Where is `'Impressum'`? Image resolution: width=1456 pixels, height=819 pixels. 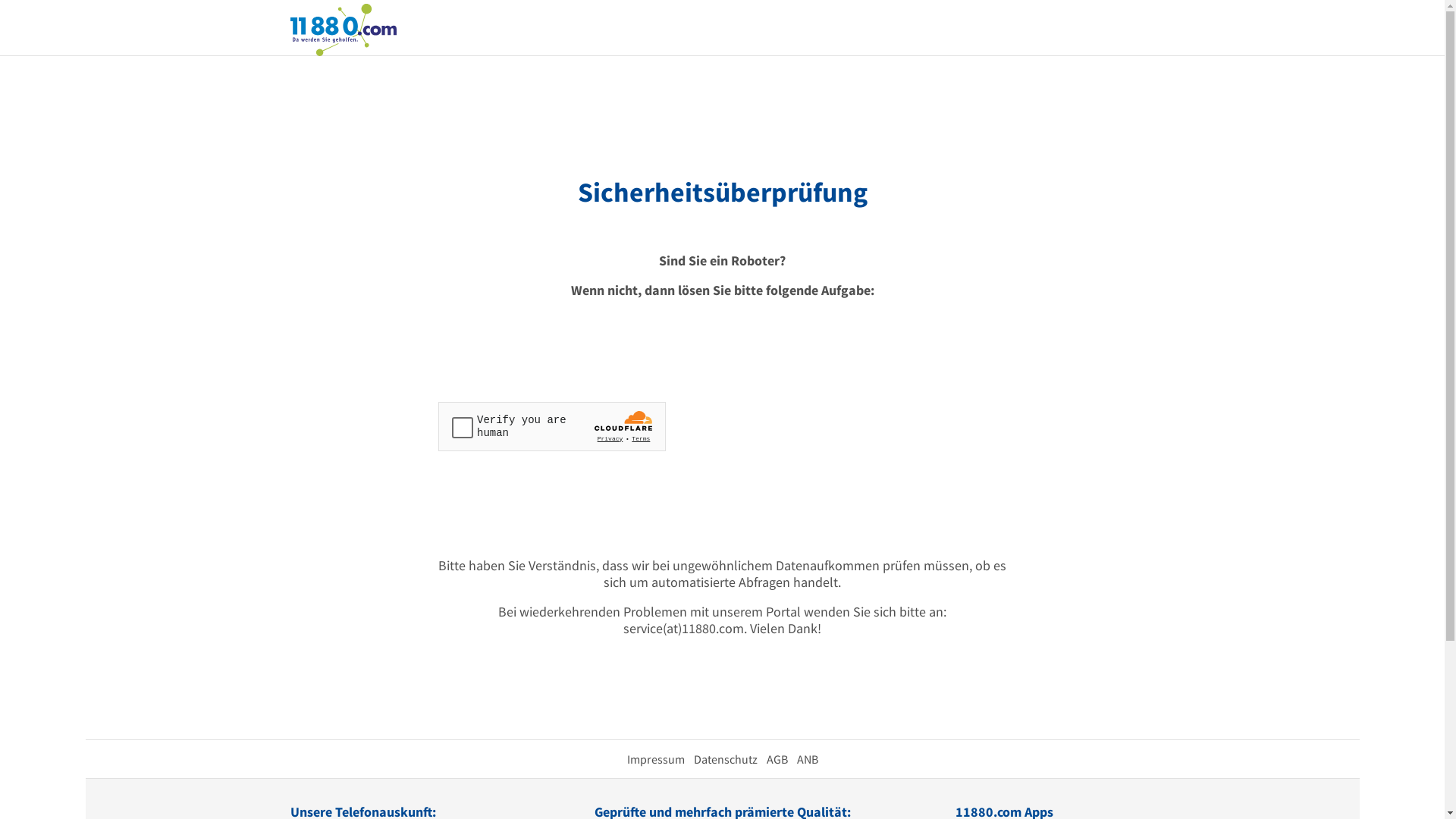
'Impressum' is located at coordinates (655, 759).